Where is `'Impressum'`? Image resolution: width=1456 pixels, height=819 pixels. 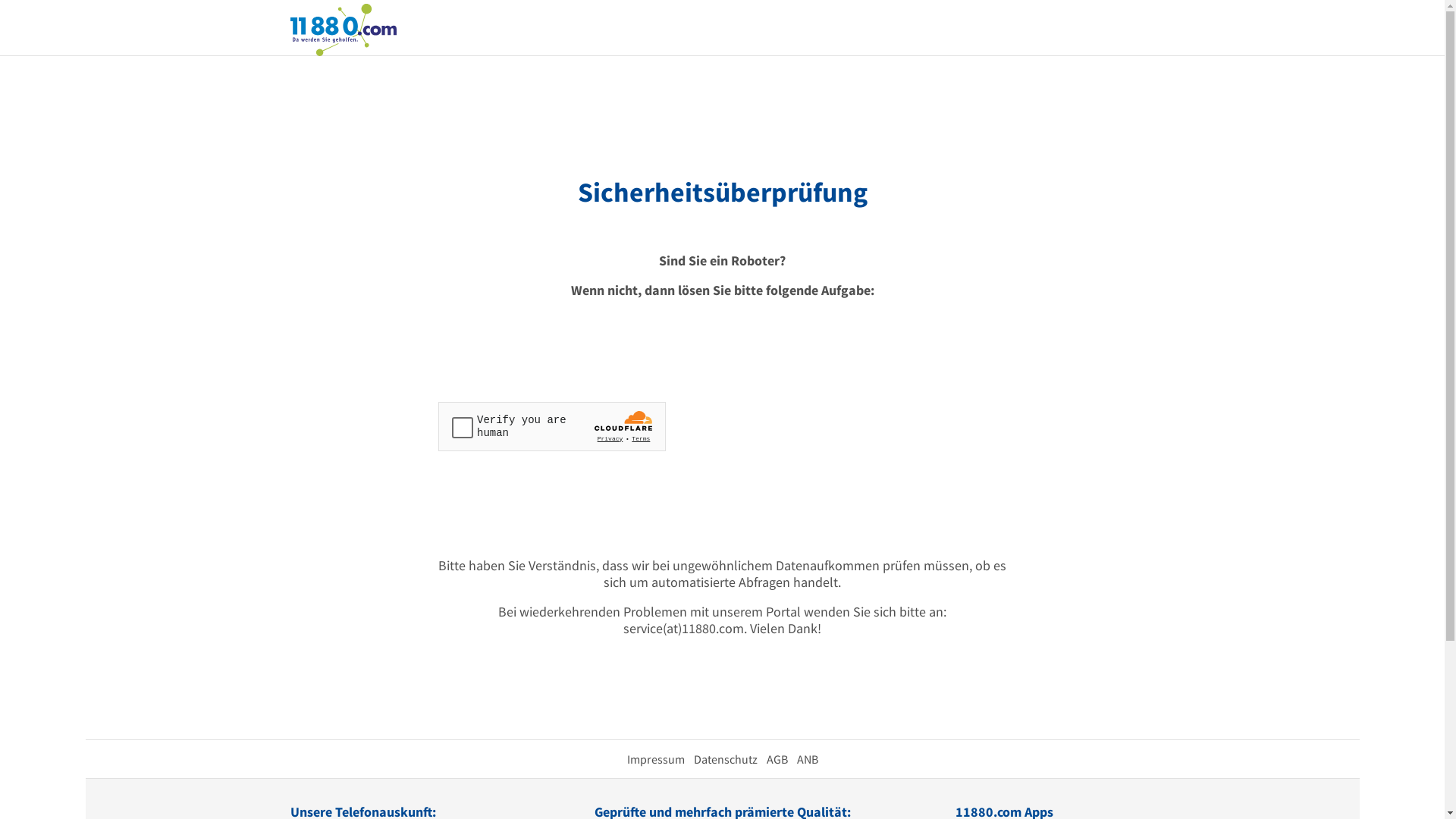
'Impressum' is located at coordinates (655, 759).